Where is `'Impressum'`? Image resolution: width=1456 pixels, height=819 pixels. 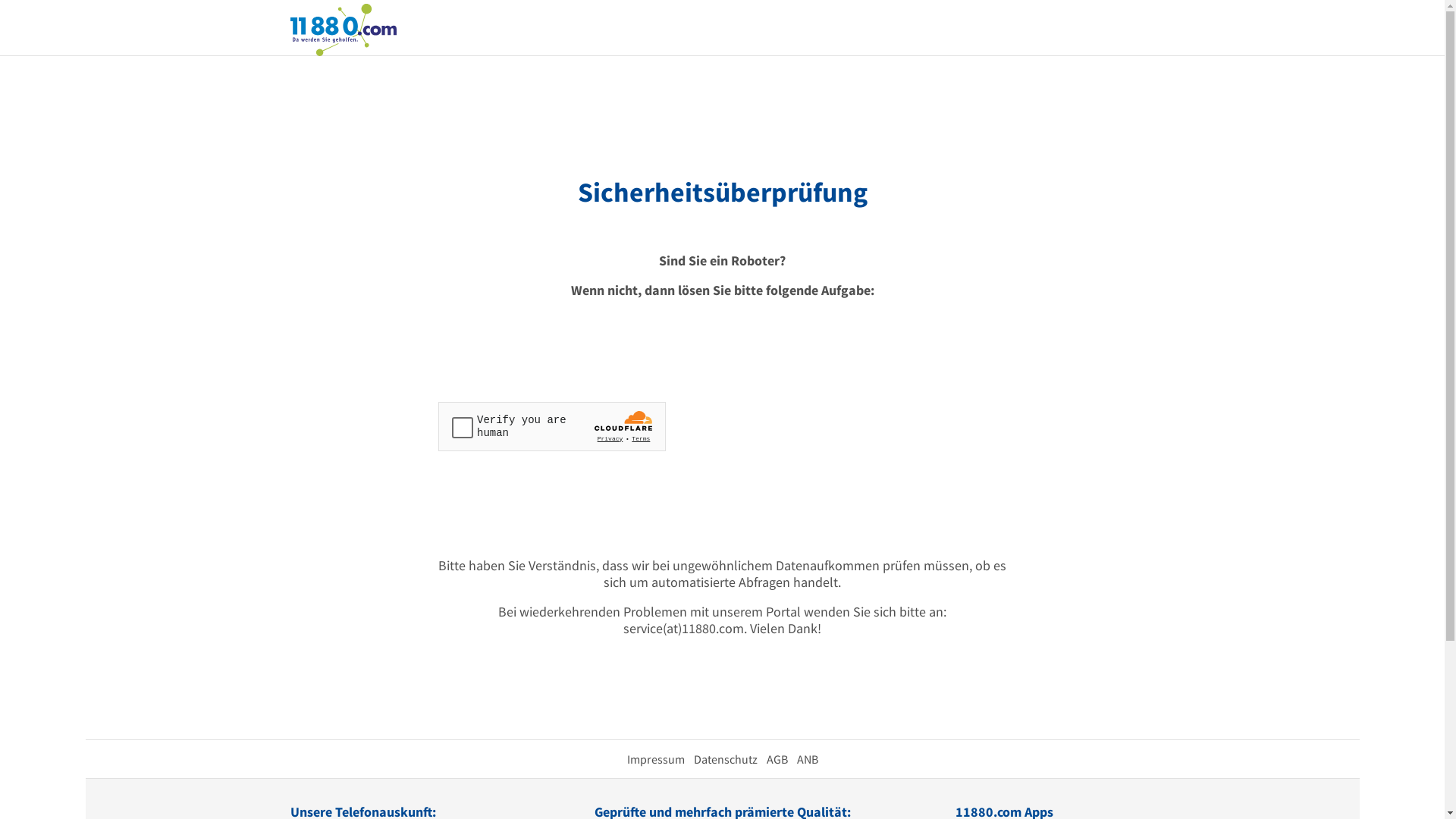
'Impressum' is located at coordinates (655, 759).